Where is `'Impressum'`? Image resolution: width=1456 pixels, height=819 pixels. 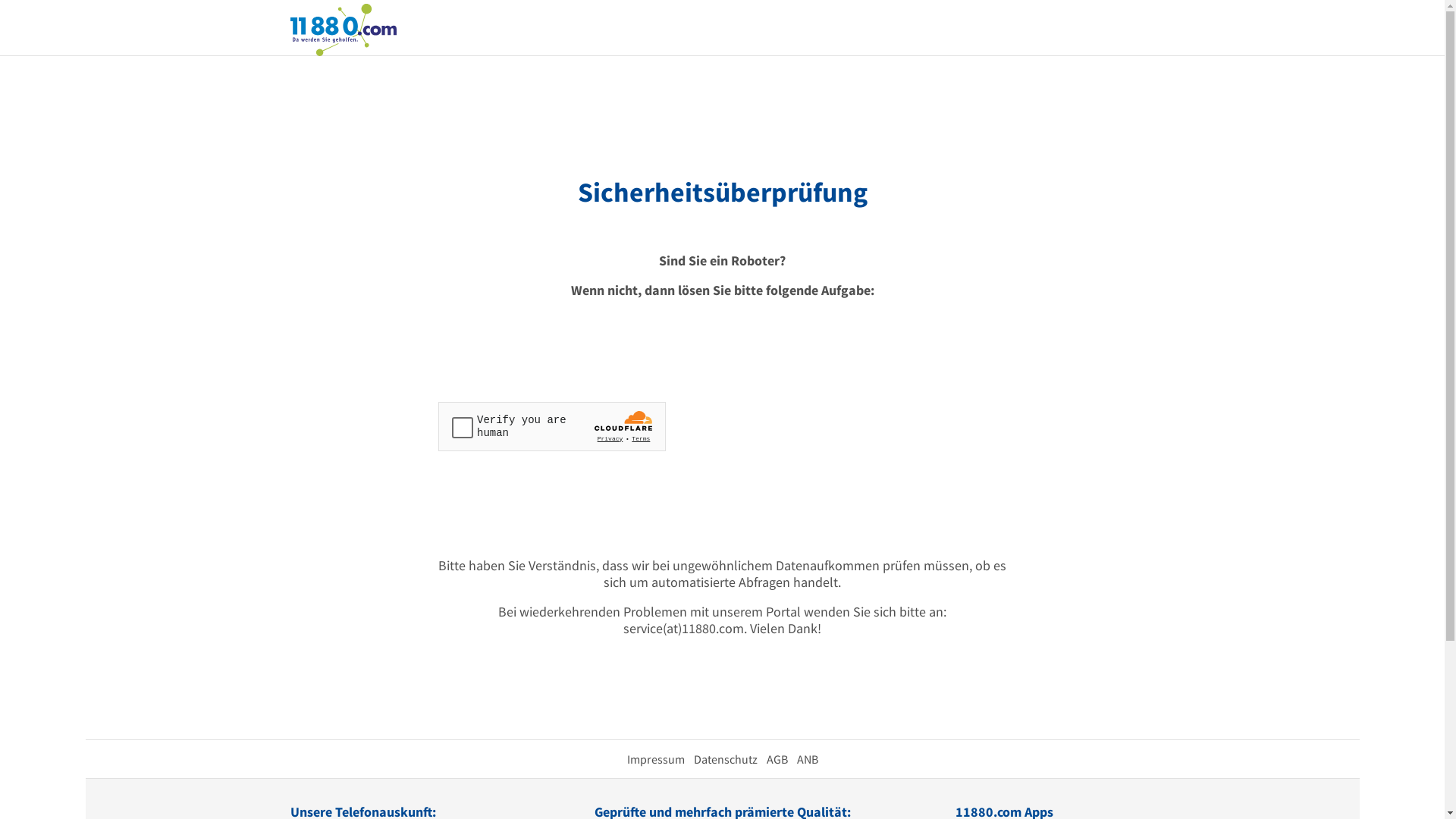
'Impressum' is located at coordinates (655, 759).